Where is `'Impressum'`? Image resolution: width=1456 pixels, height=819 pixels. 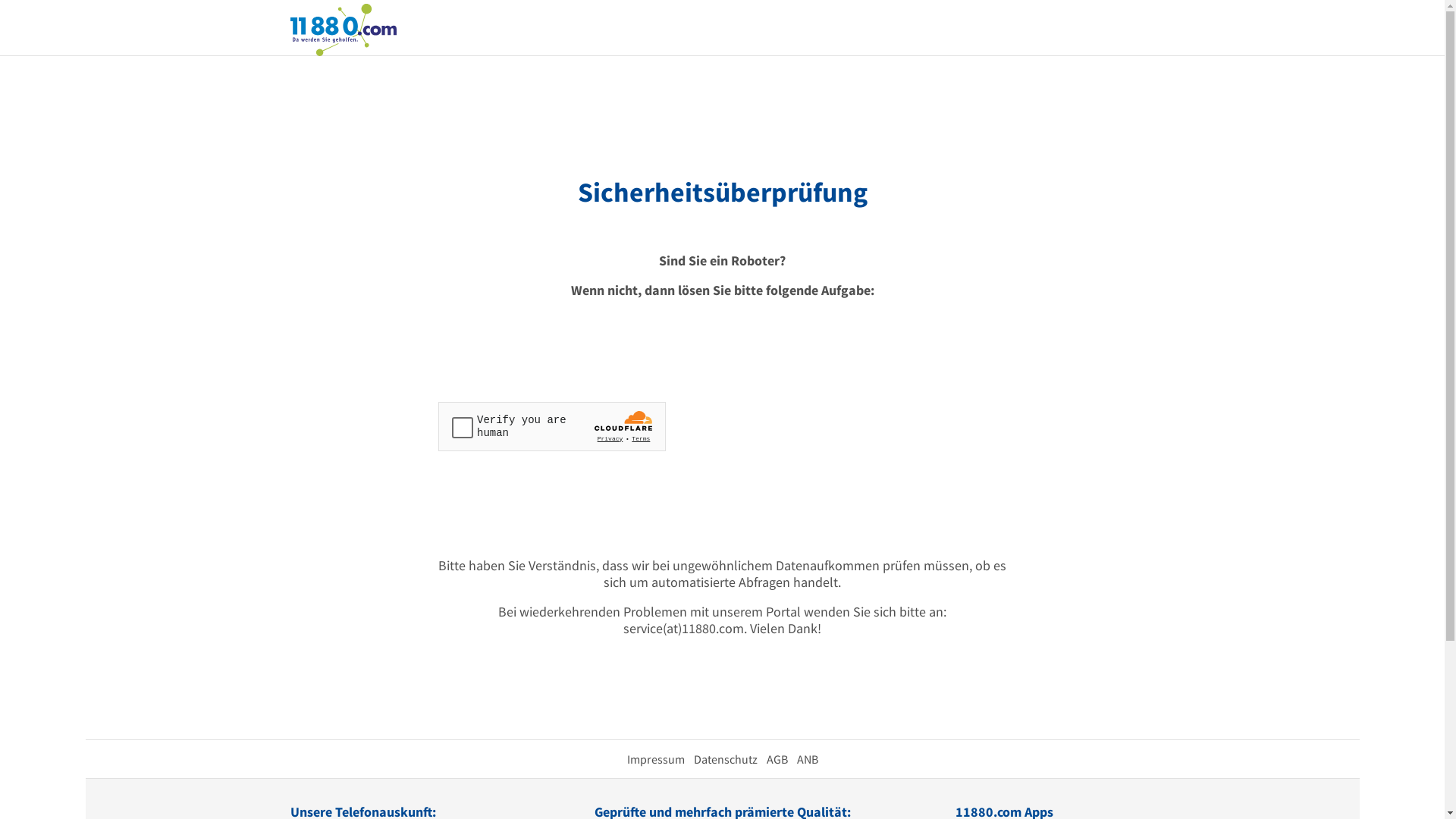
'Impressum' is located at coordinates (655, 759).